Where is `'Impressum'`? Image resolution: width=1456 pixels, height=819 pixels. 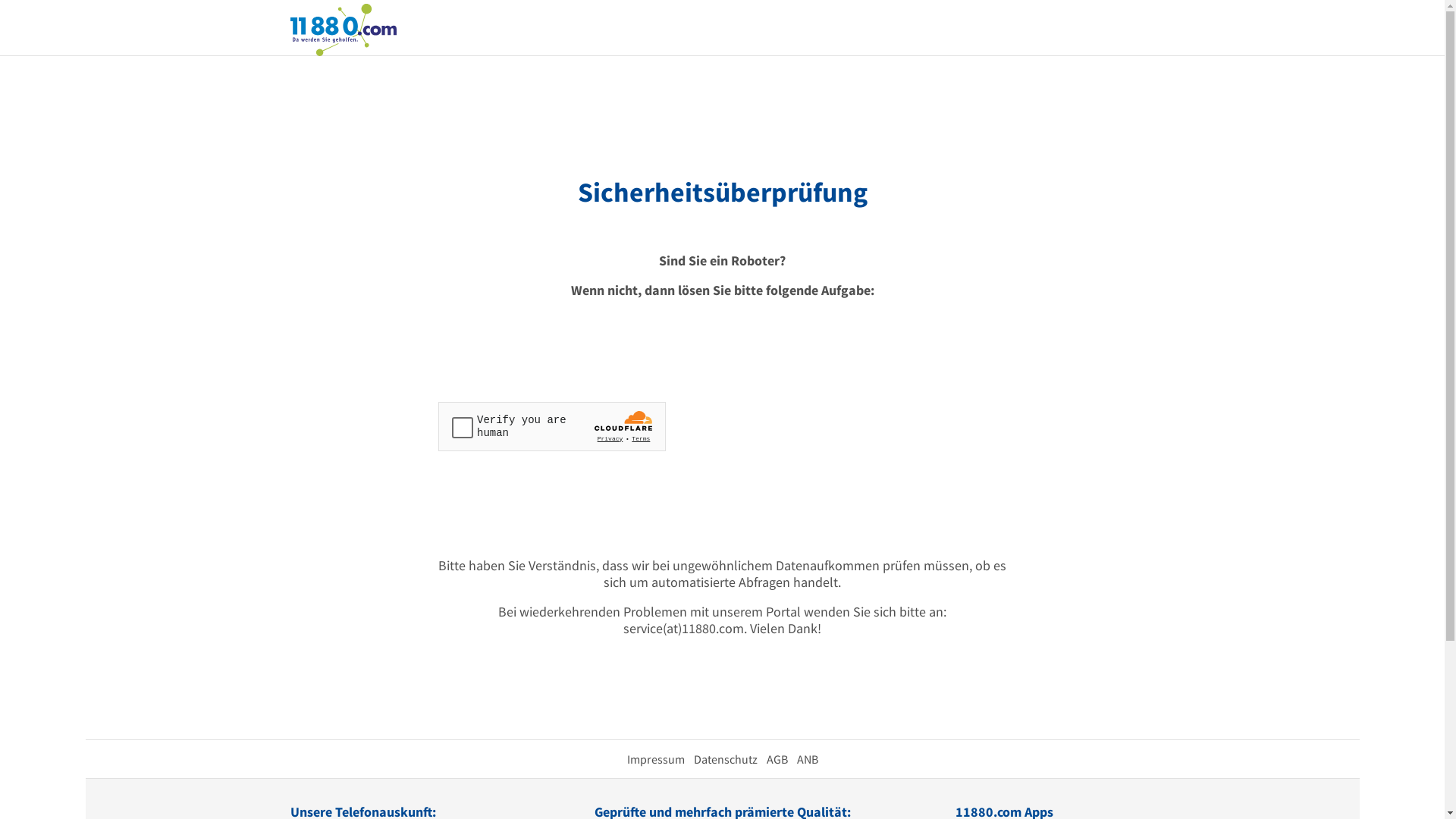
'Impressum' is located at coordinates (655, 759).